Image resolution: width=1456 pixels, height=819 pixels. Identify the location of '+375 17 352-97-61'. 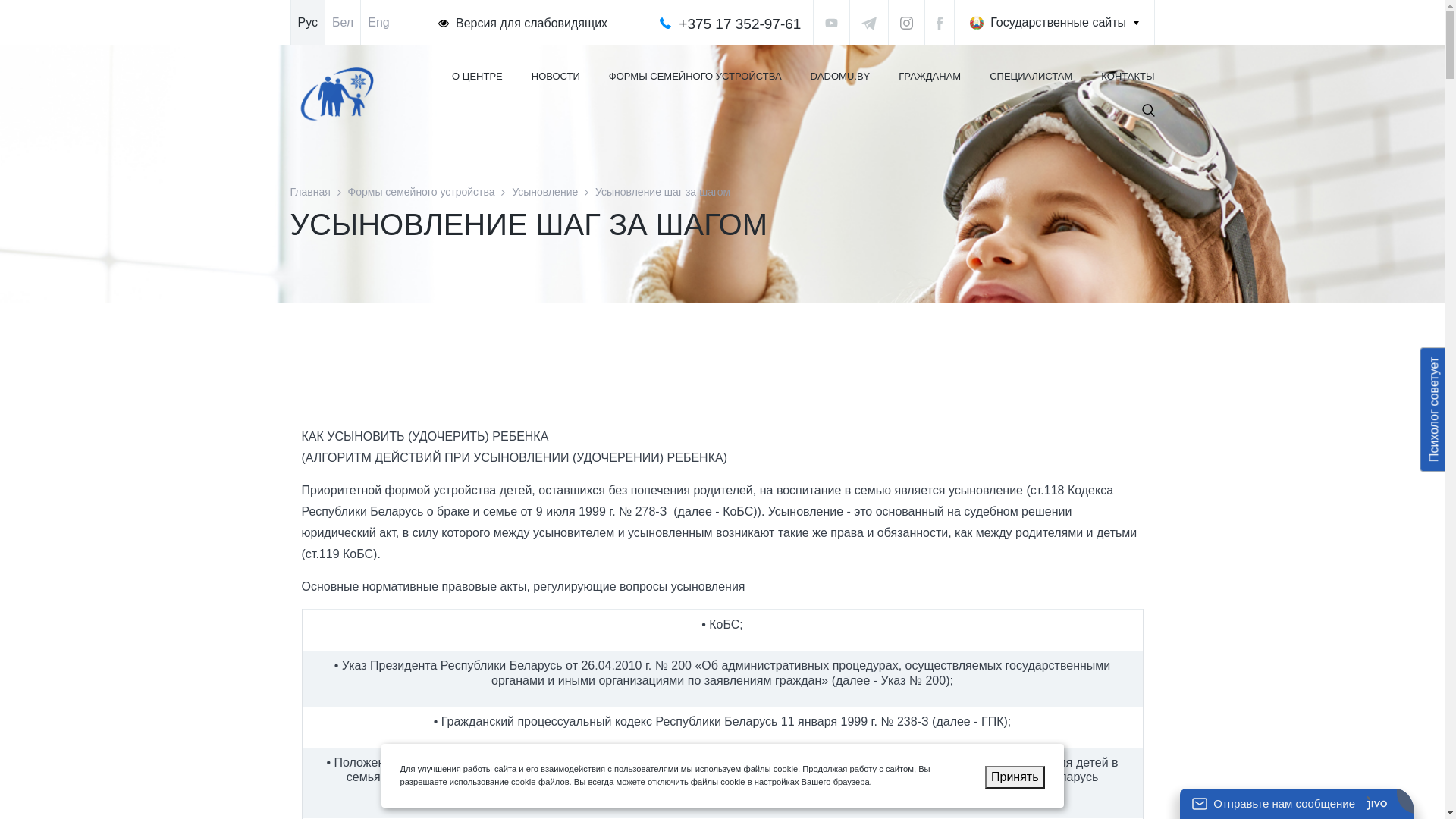
(677, 24).